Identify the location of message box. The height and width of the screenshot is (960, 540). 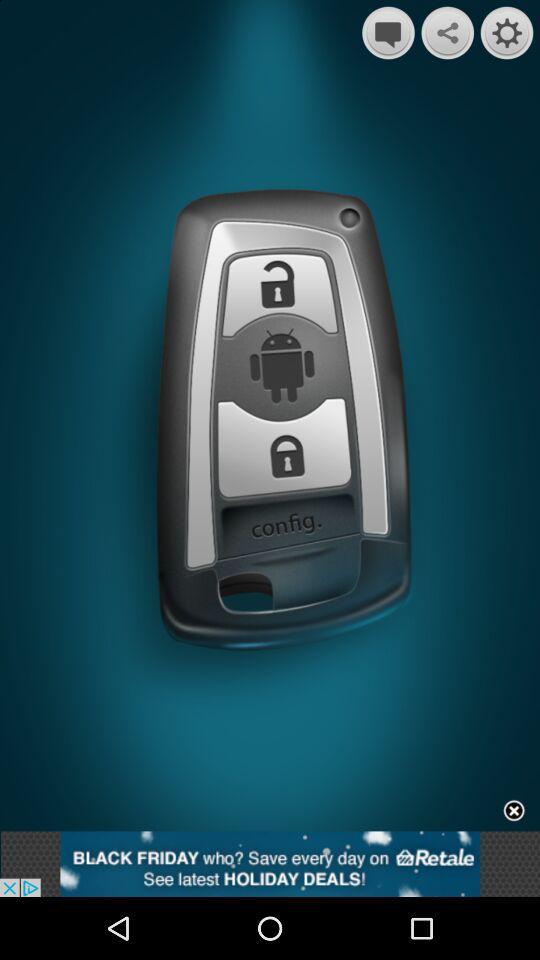
(388, 32).